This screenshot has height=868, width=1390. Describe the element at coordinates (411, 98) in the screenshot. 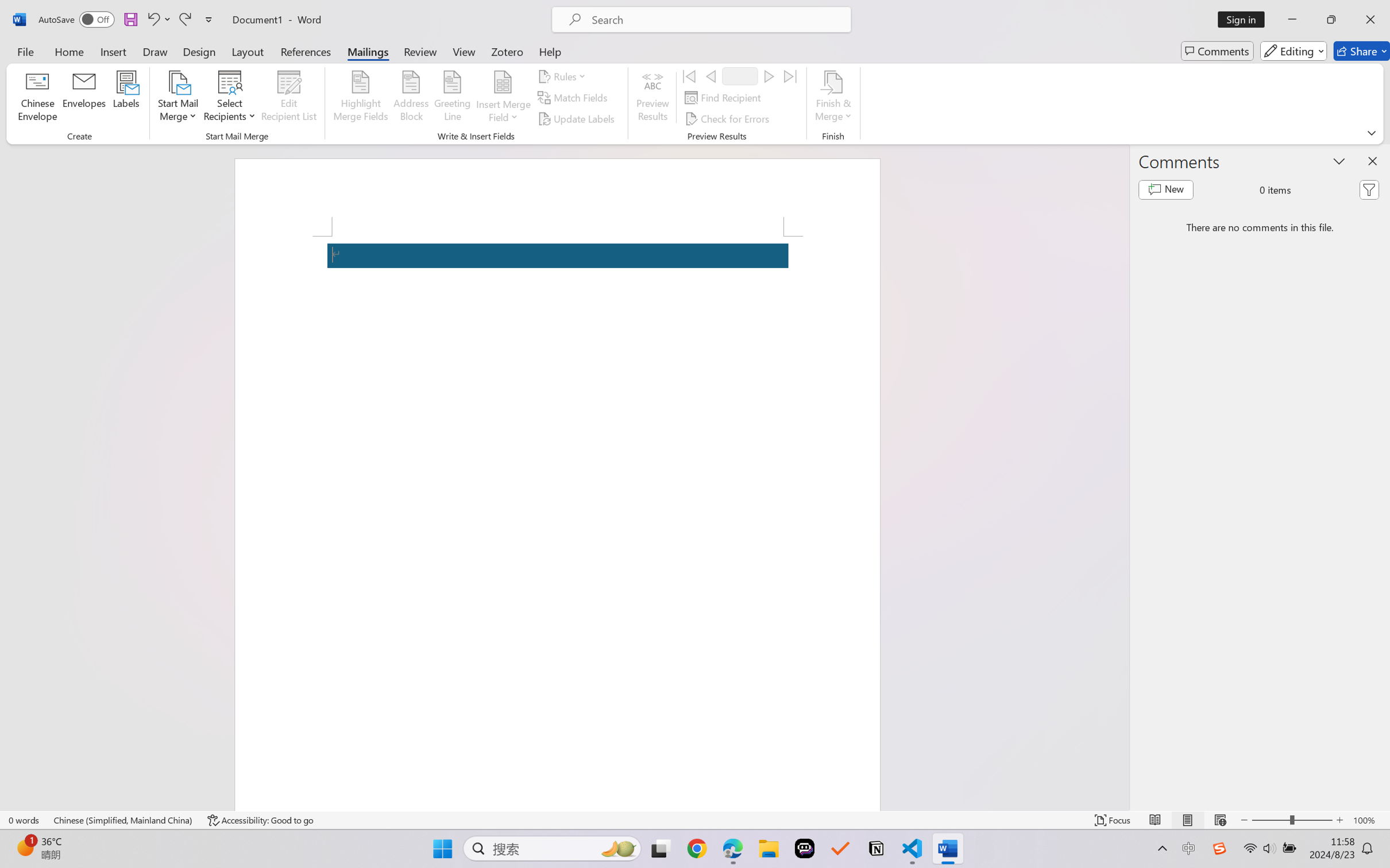

I see `'Address Block...'` at that location.